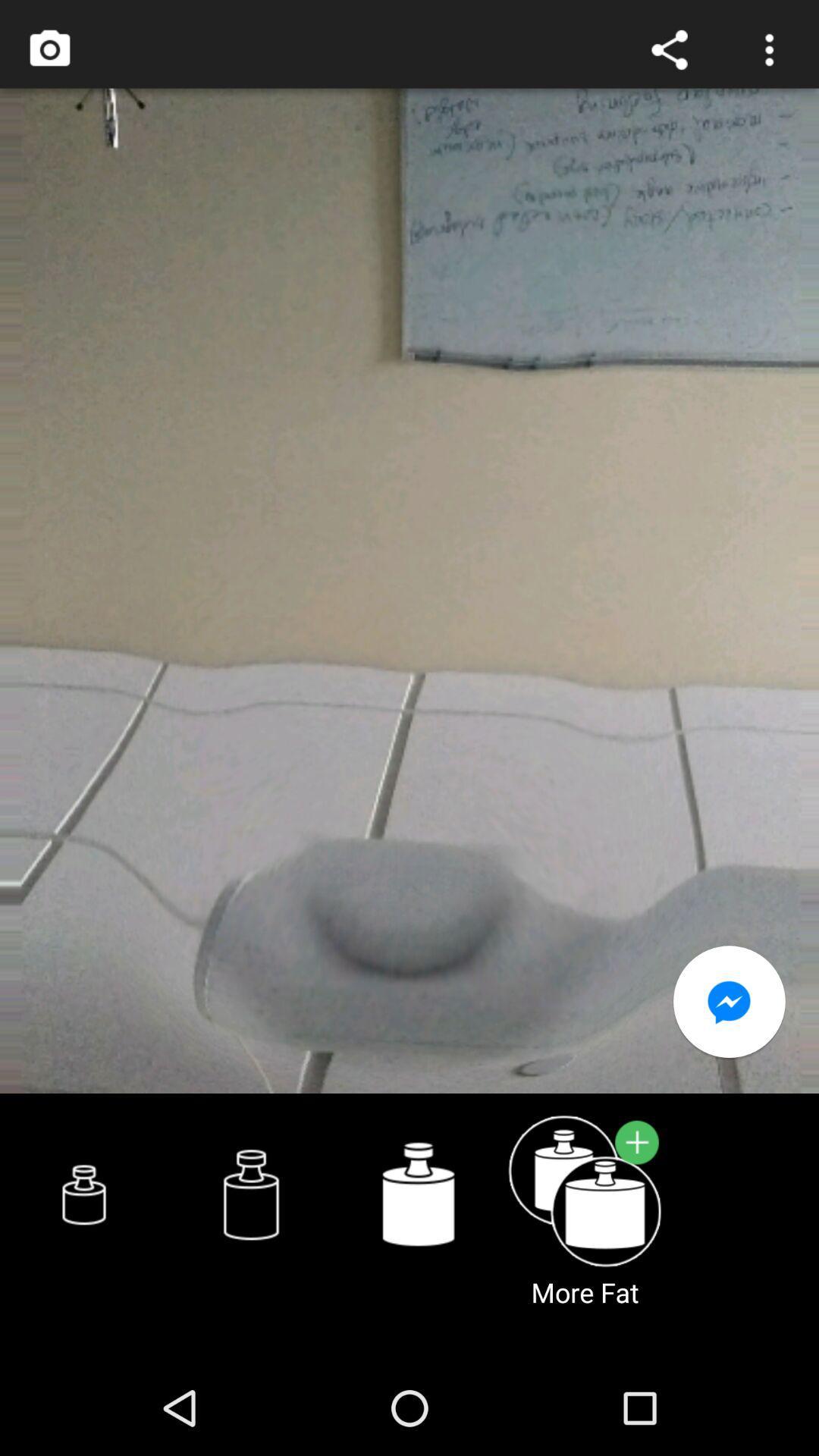 The image size is (819, 1456). What do you see at coordinates (669, 53) in the screenshot?
I see `the share icon` at bounding box center [669, 53].